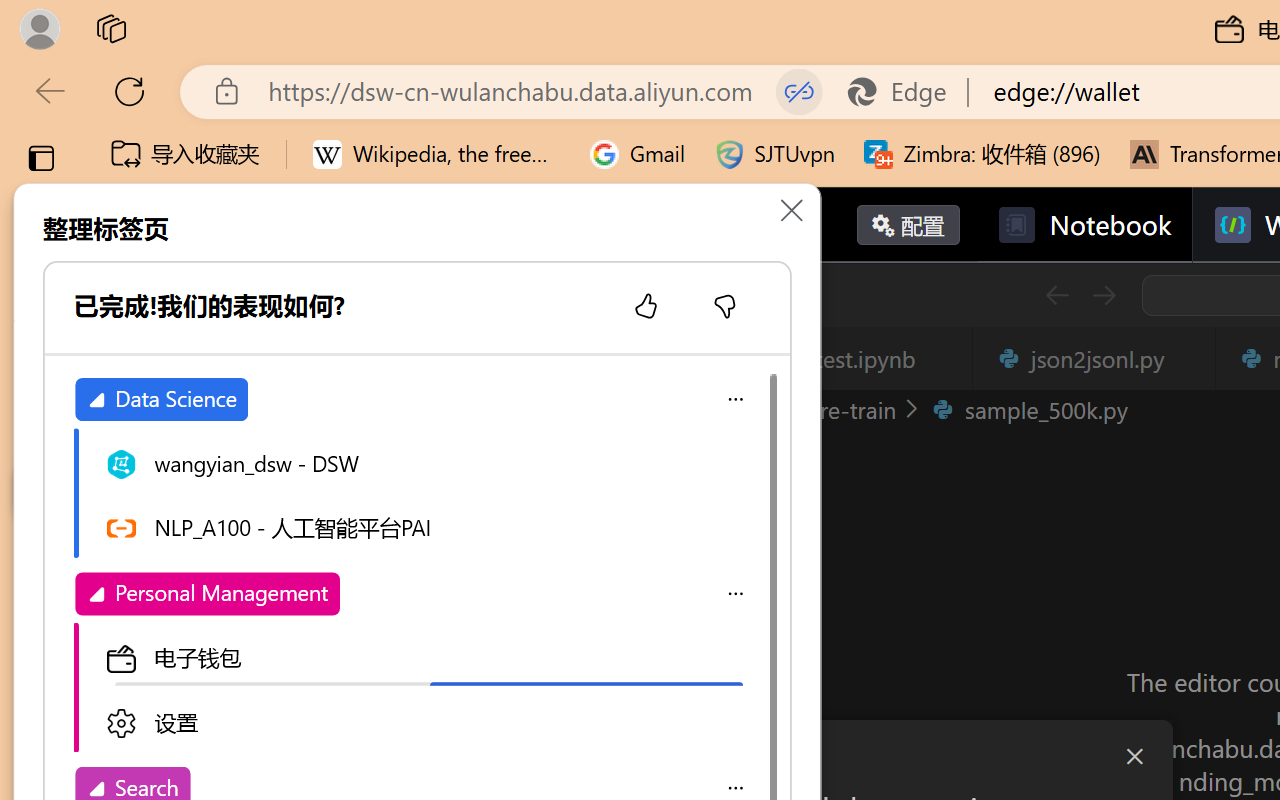 The height and width of the screenshot is (800, 1280). What do you see at coordinates (1134, 756) in the screenshot?
I see `'Close Dialog'` at bounding box center [1134, 756].